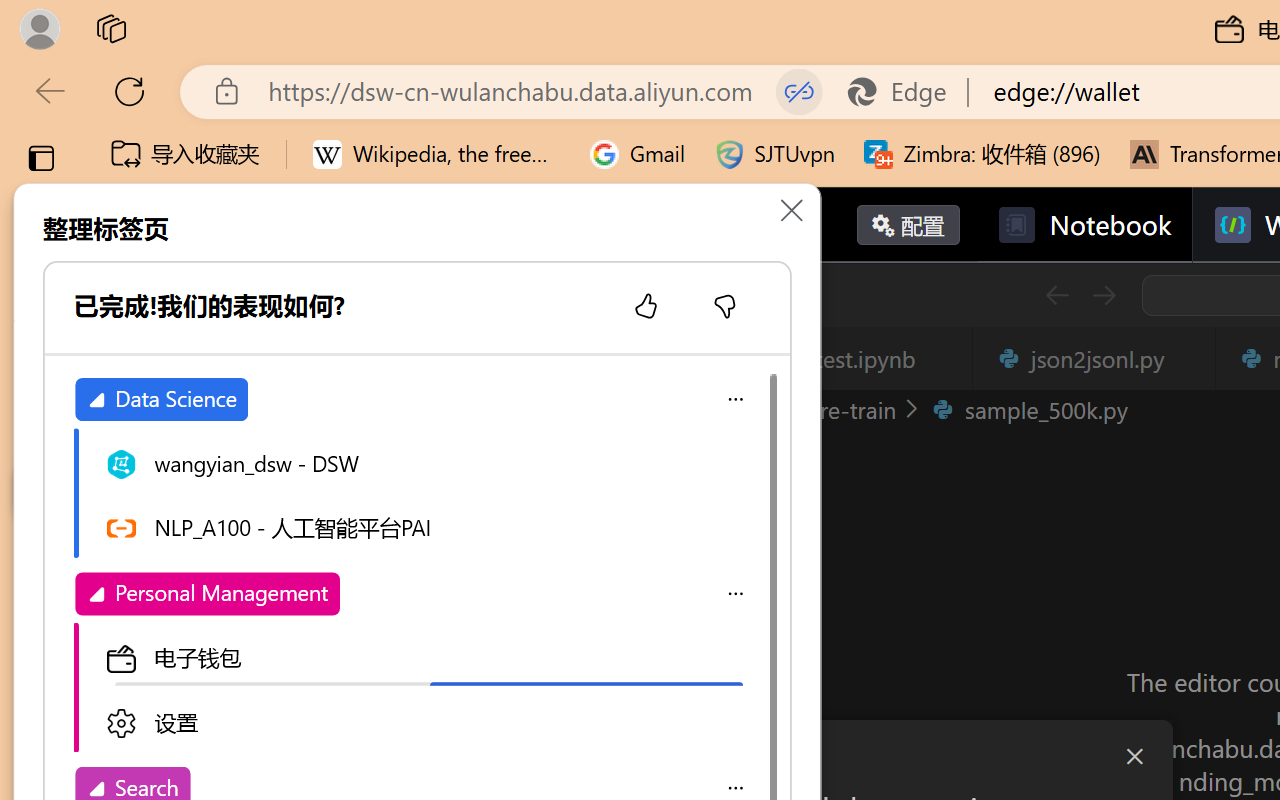 The height and width of the screenshot is (800, 1280). What do you see at coordinates (1134, 756) in the screenshot?
I see `'Close Dialog'` at bounding box center [1134, 756].